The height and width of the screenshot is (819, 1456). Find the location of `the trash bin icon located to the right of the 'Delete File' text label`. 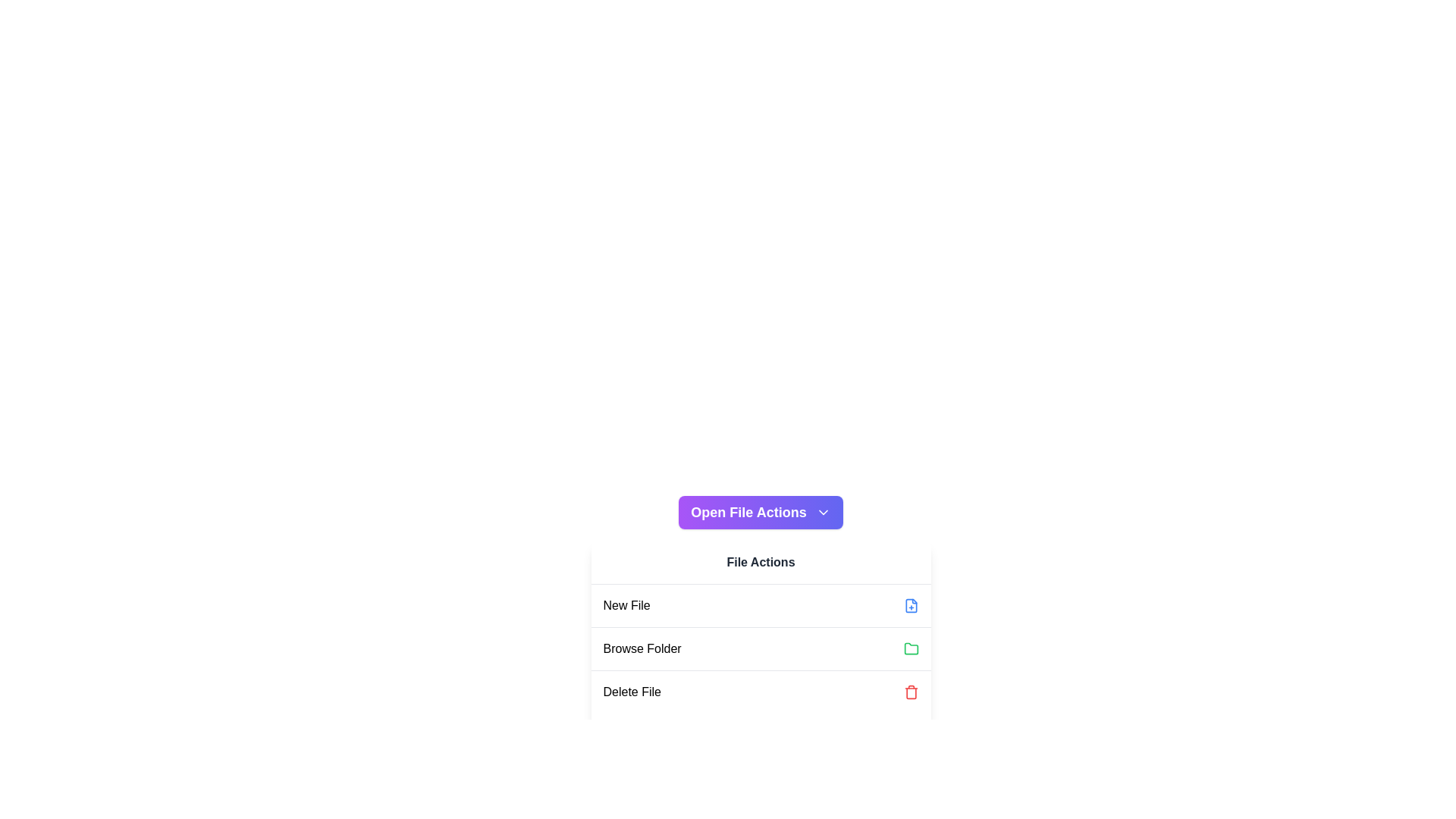

the trash bin icon located to the right of the 'Delete File' text label is located at coordinates (910, 692).